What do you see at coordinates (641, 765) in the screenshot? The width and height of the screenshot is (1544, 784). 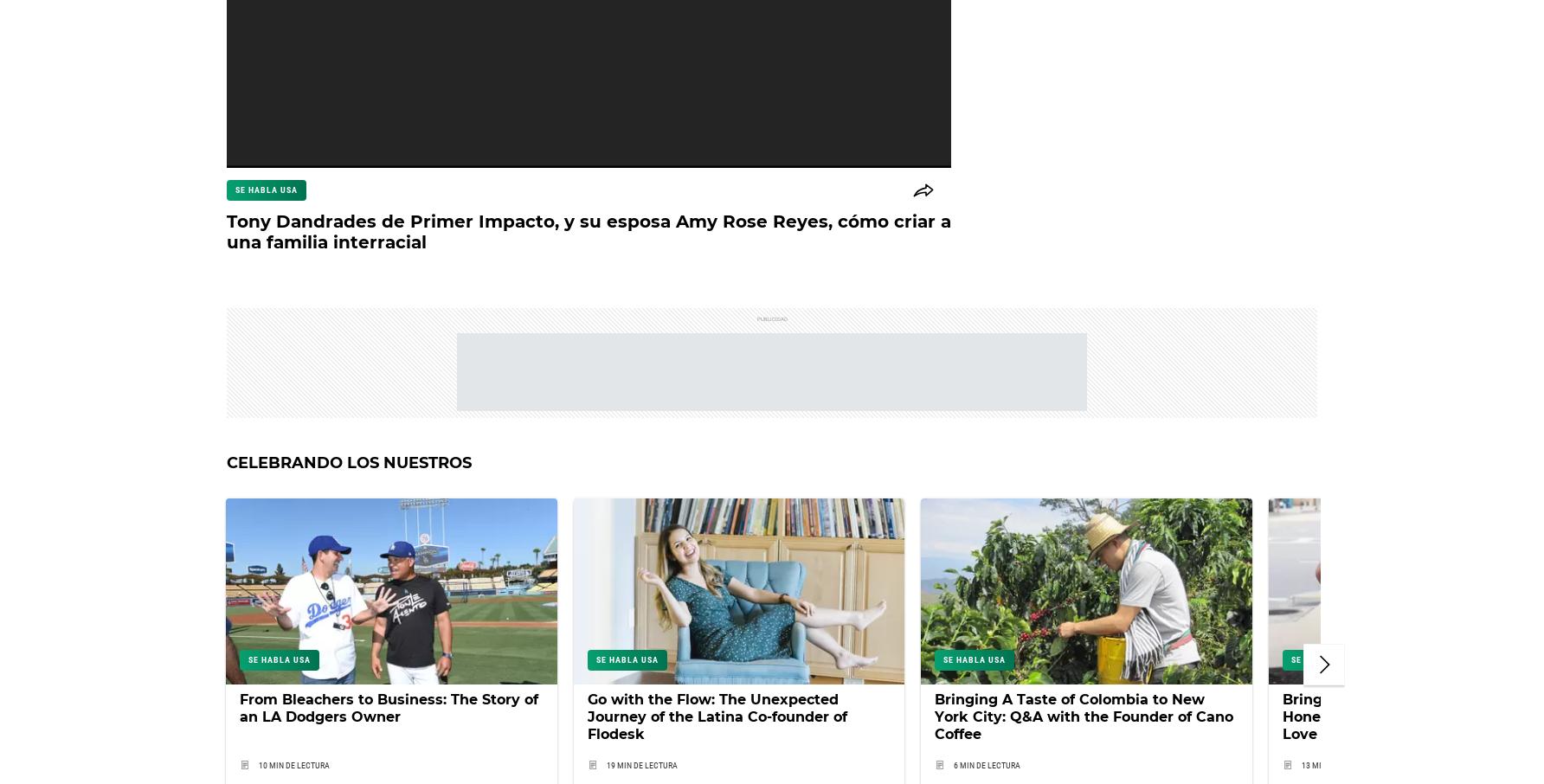 I see `'19 min de lectura'` at bounding box center [641, 765].